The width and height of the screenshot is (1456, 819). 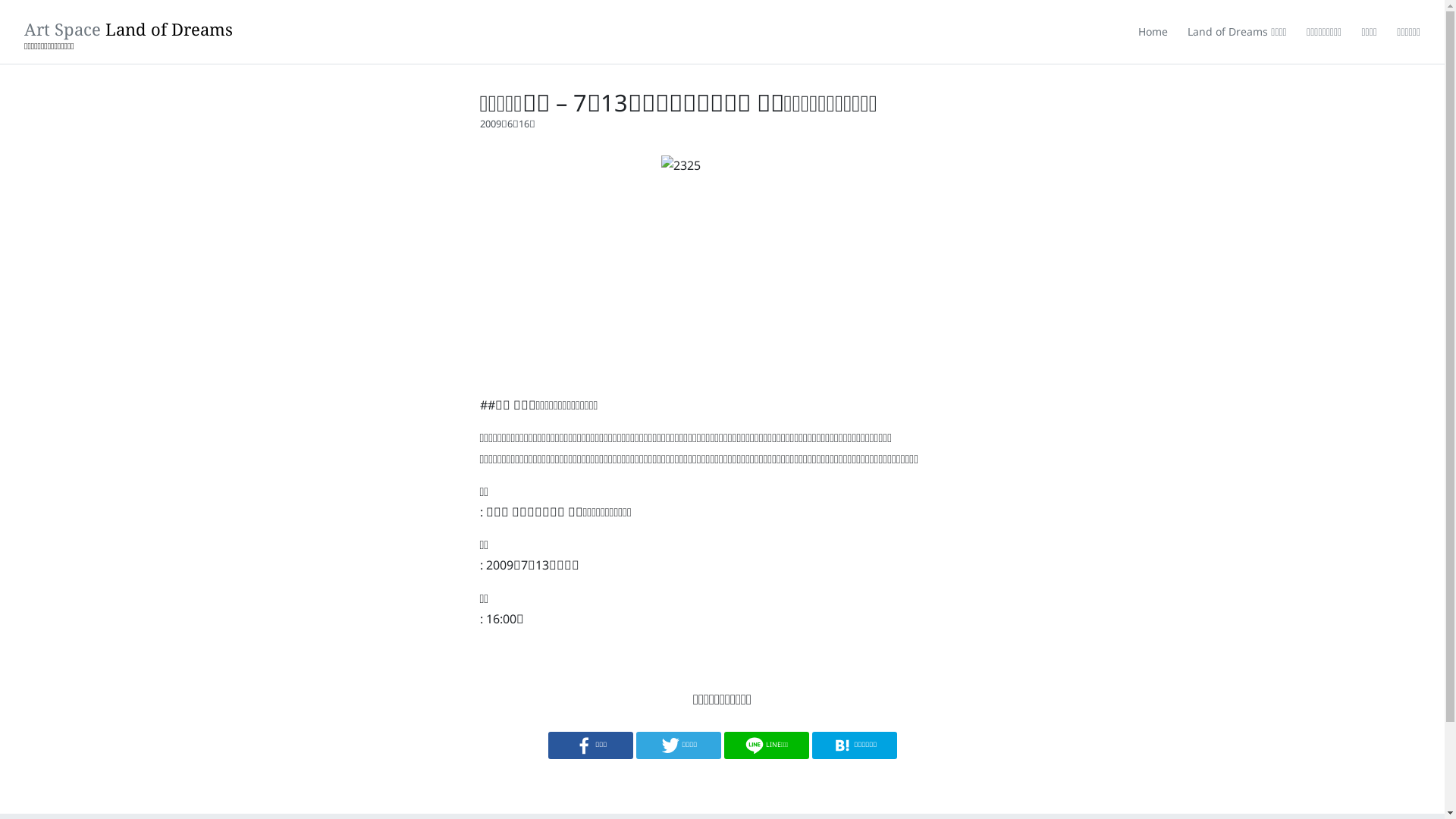 What do you see at coordinates (1153, 32) in the screenshot?
I see `'Home'` at bounding box center [1153, 32].